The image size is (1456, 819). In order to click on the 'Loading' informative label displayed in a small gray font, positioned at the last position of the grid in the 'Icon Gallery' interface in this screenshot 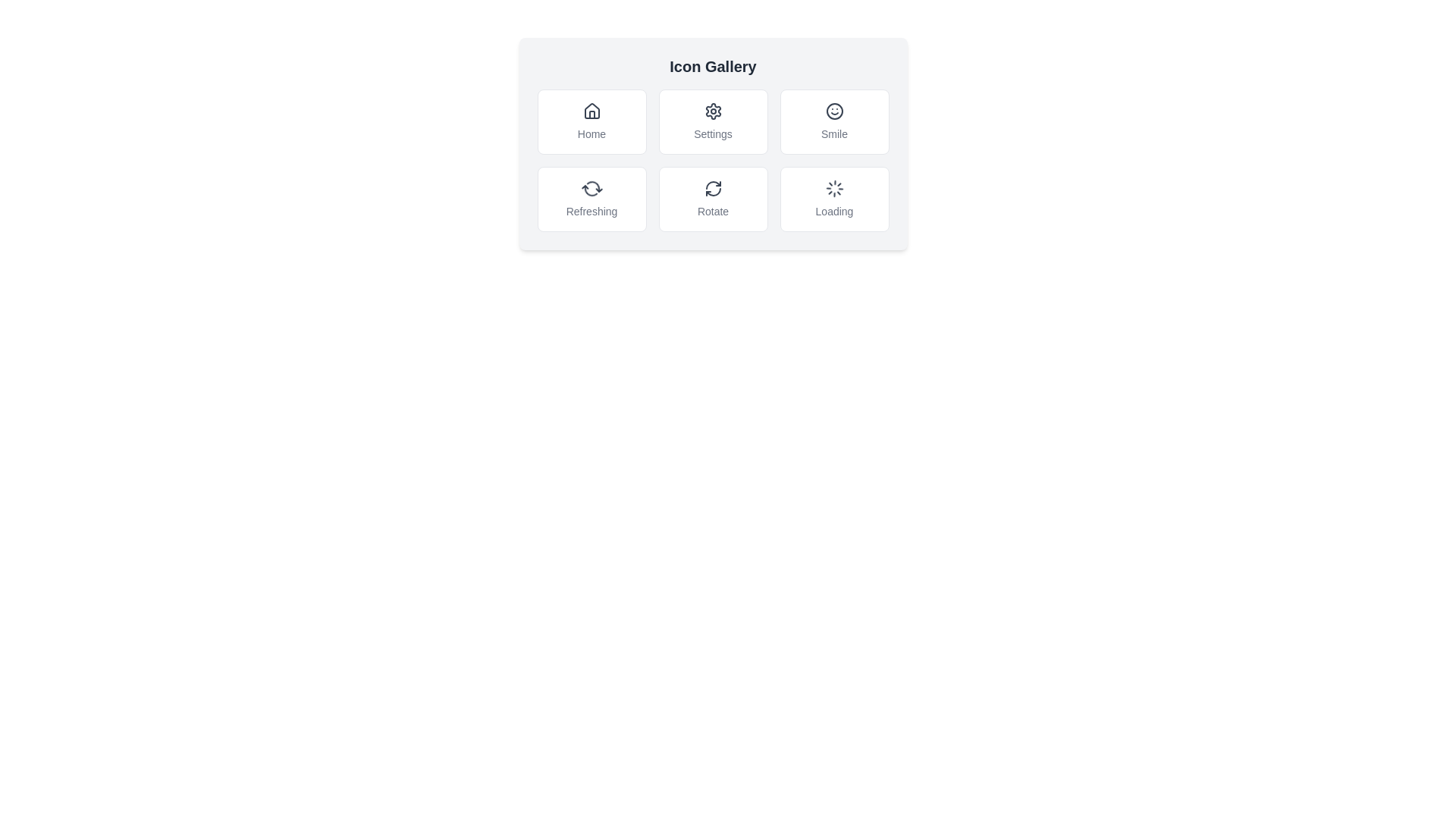, I will do `click(833, 211)`.